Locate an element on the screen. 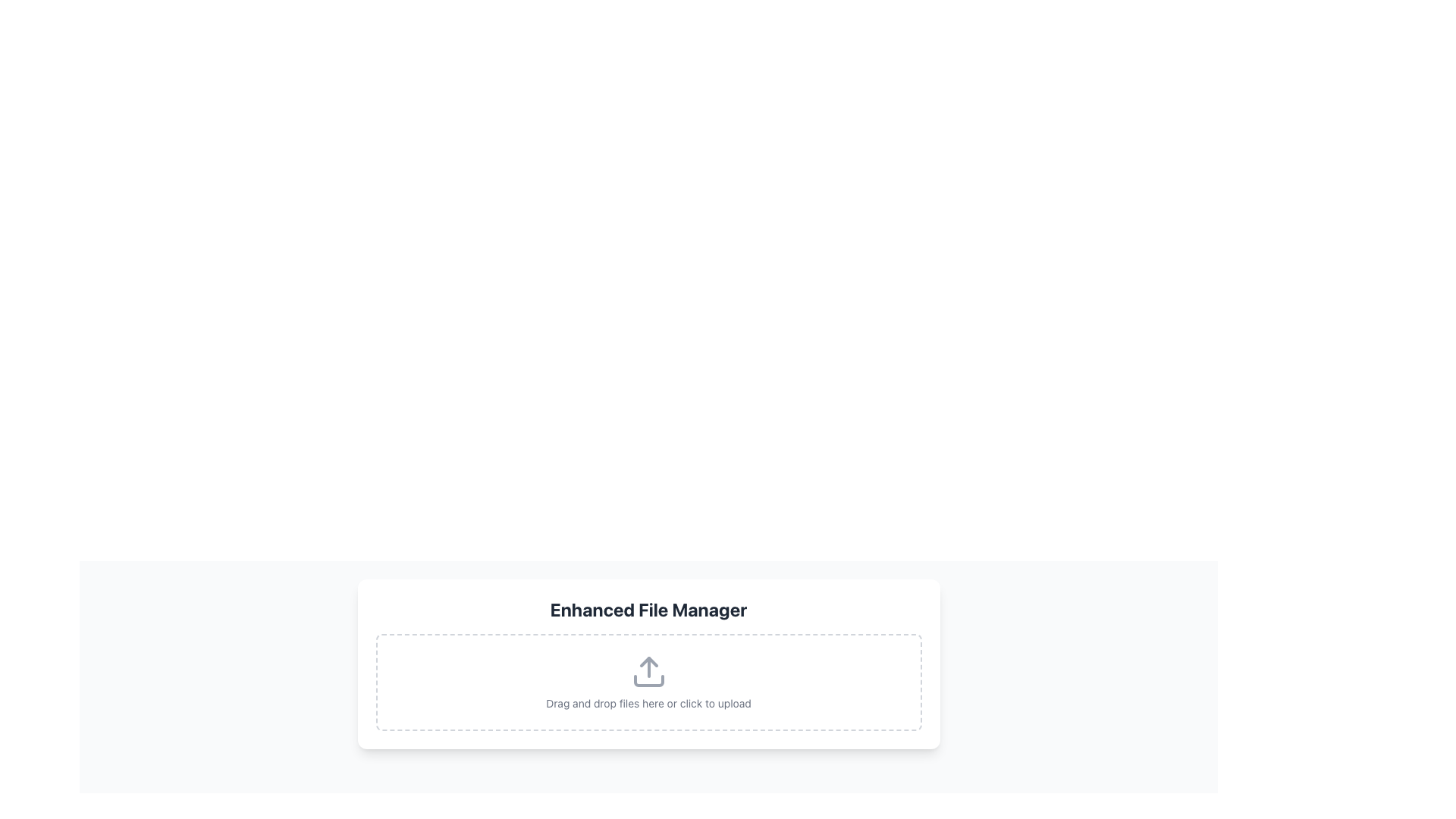 The height and width of the screenshot is (819, 1456). files onto the File Upload Dropzone, which is a rectangular area with an upload icon and descriptive text is located at coordinates (648, 681).